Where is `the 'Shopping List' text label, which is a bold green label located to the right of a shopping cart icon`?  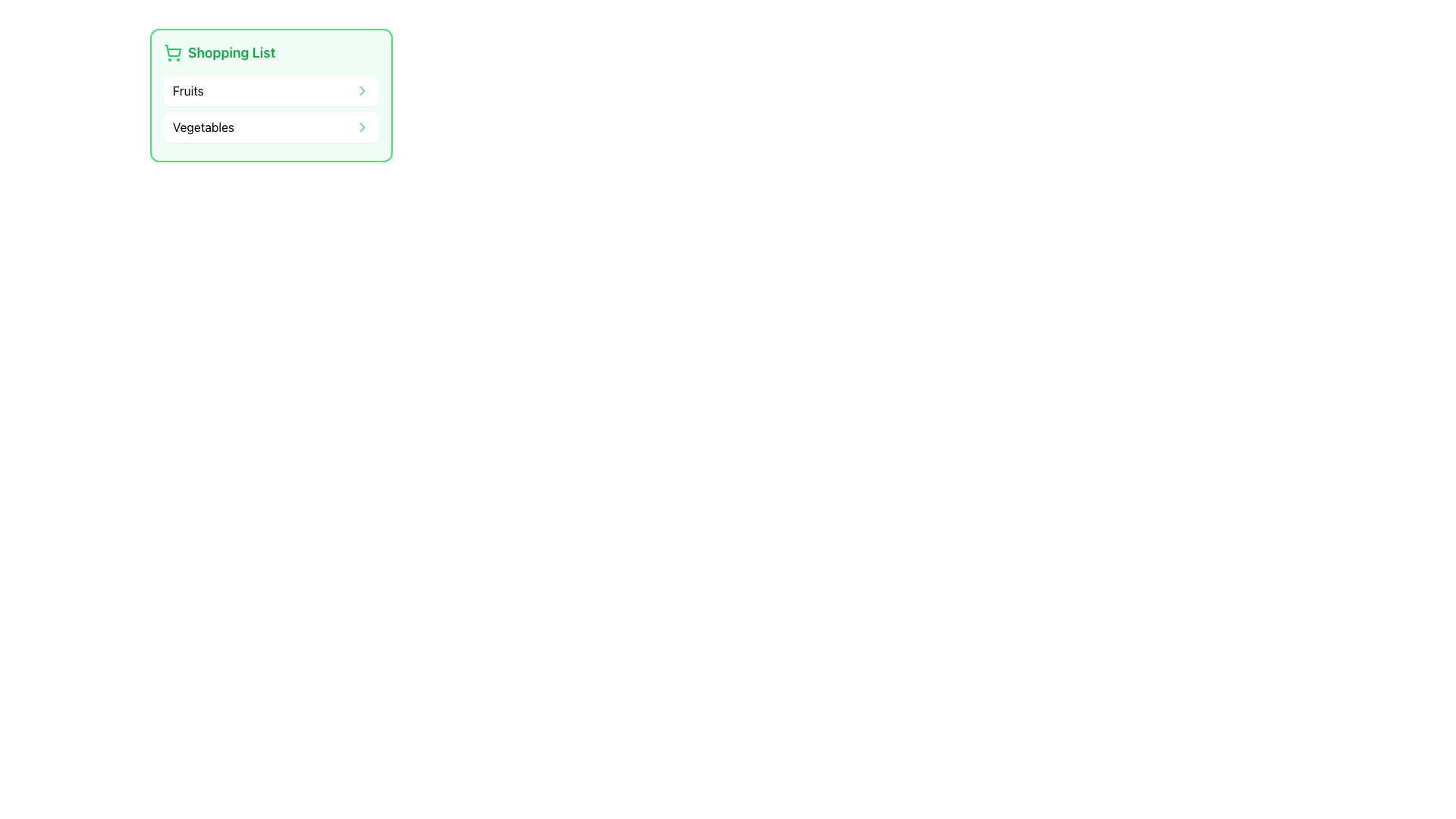
the 'Shopping List' text label, which is a bold green label located to the right of a shopping cart icon is located at coordinates (231, 52).